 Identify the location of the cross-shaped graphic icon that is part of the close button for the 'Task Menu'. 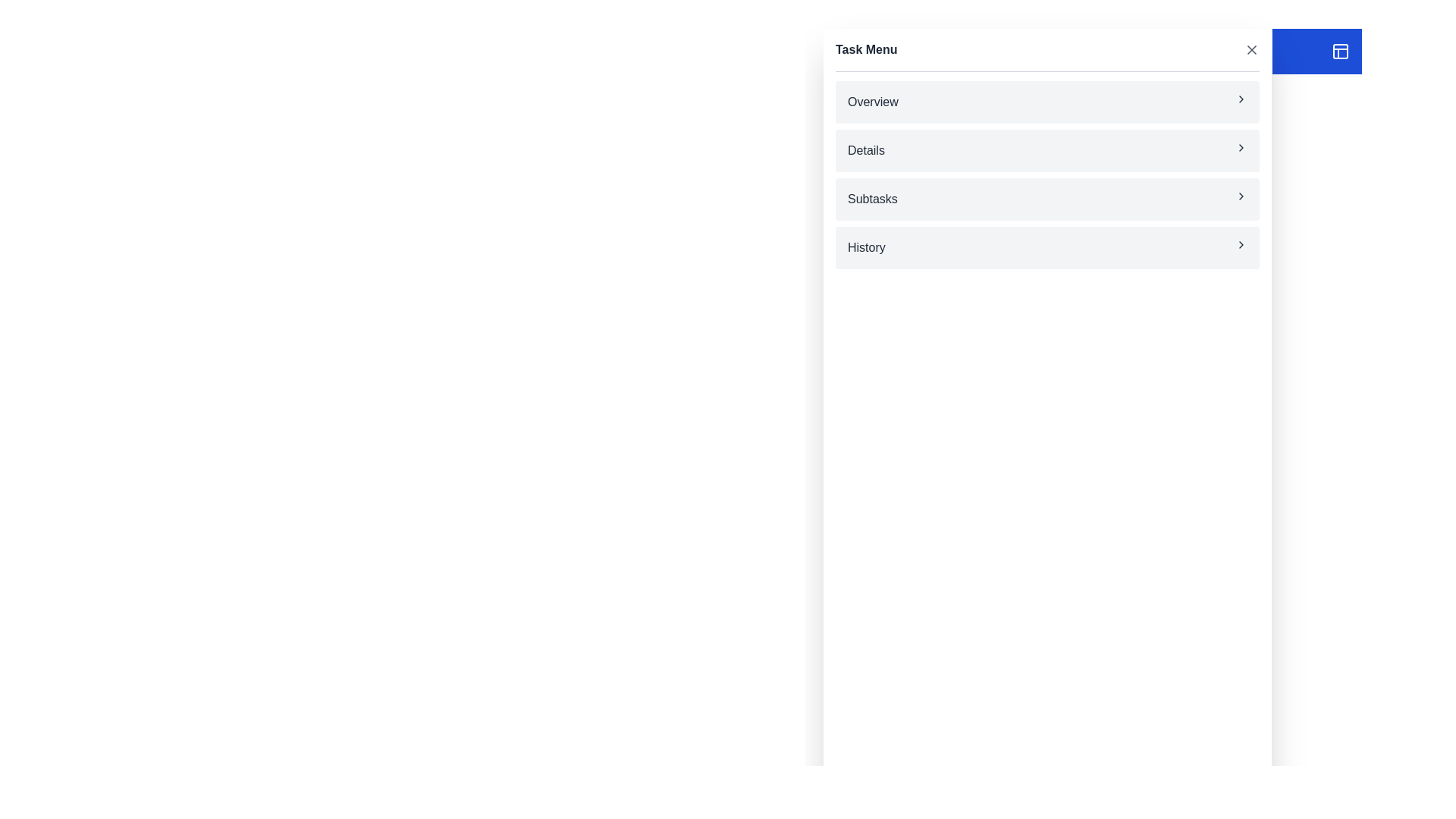
(1251, 49).